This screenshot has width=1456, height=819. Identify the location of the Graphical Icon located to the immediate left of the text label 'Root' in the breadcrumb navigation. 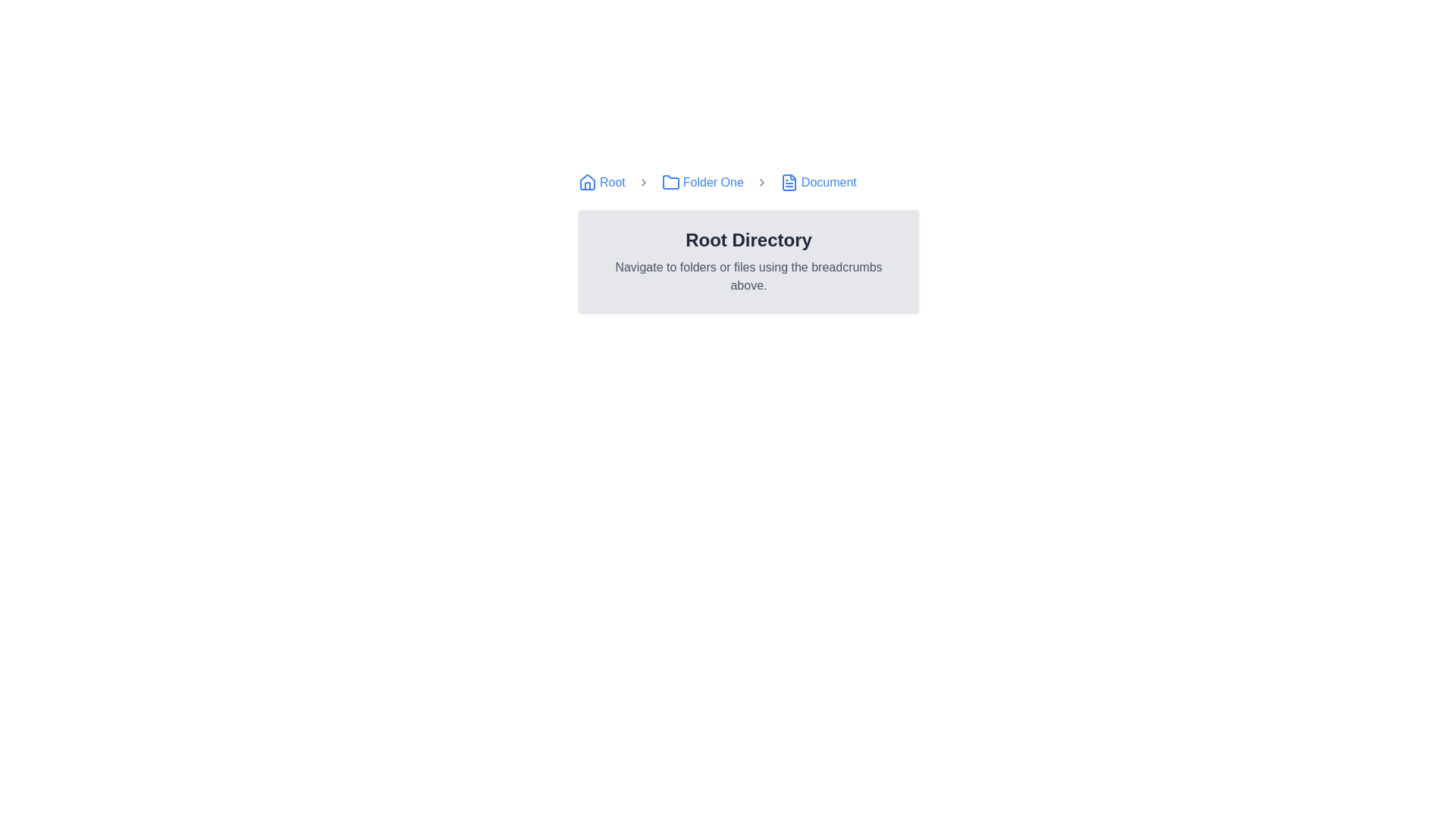
(586, 181).